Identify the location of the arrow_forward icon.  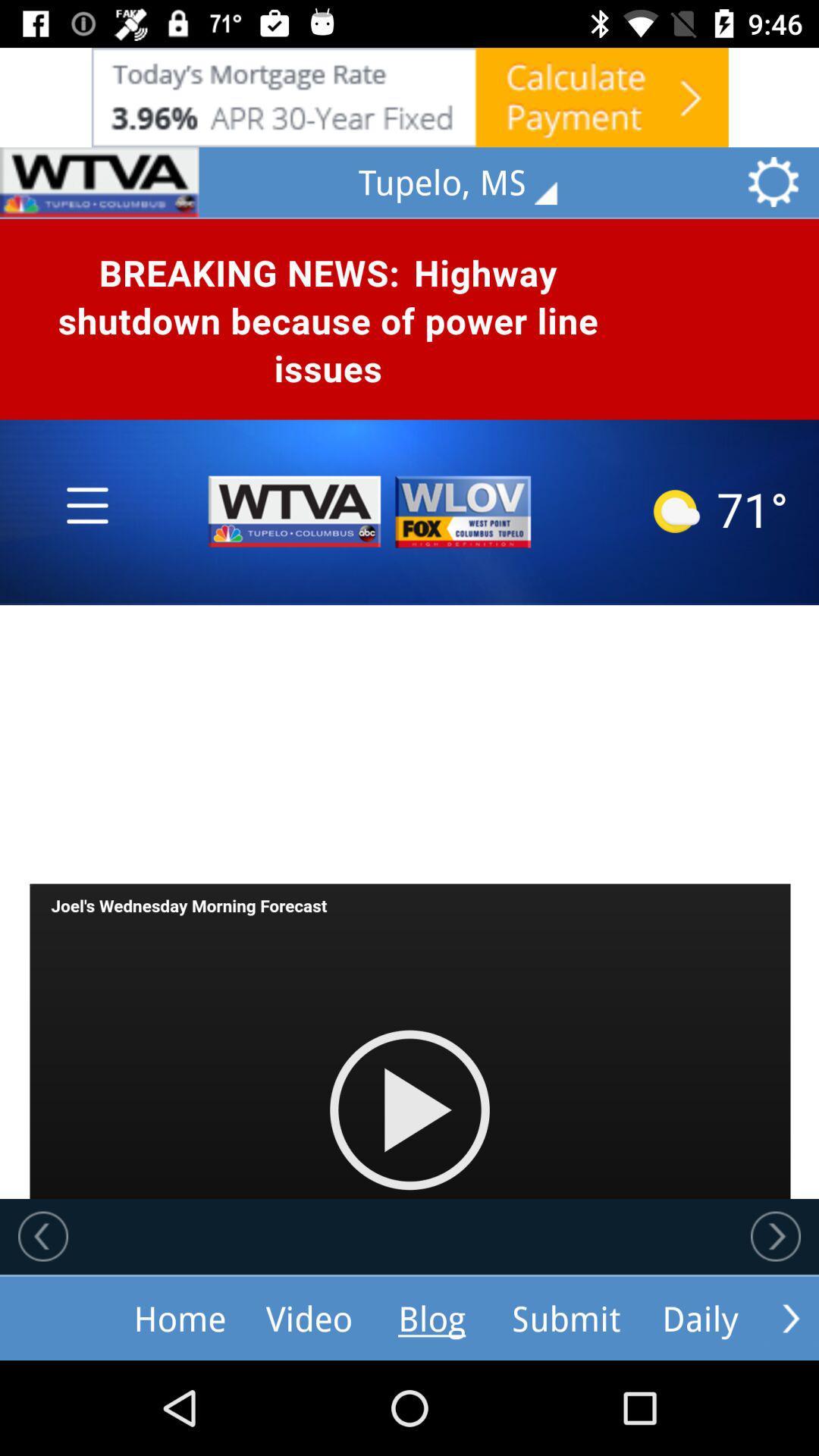
(790, 1317).